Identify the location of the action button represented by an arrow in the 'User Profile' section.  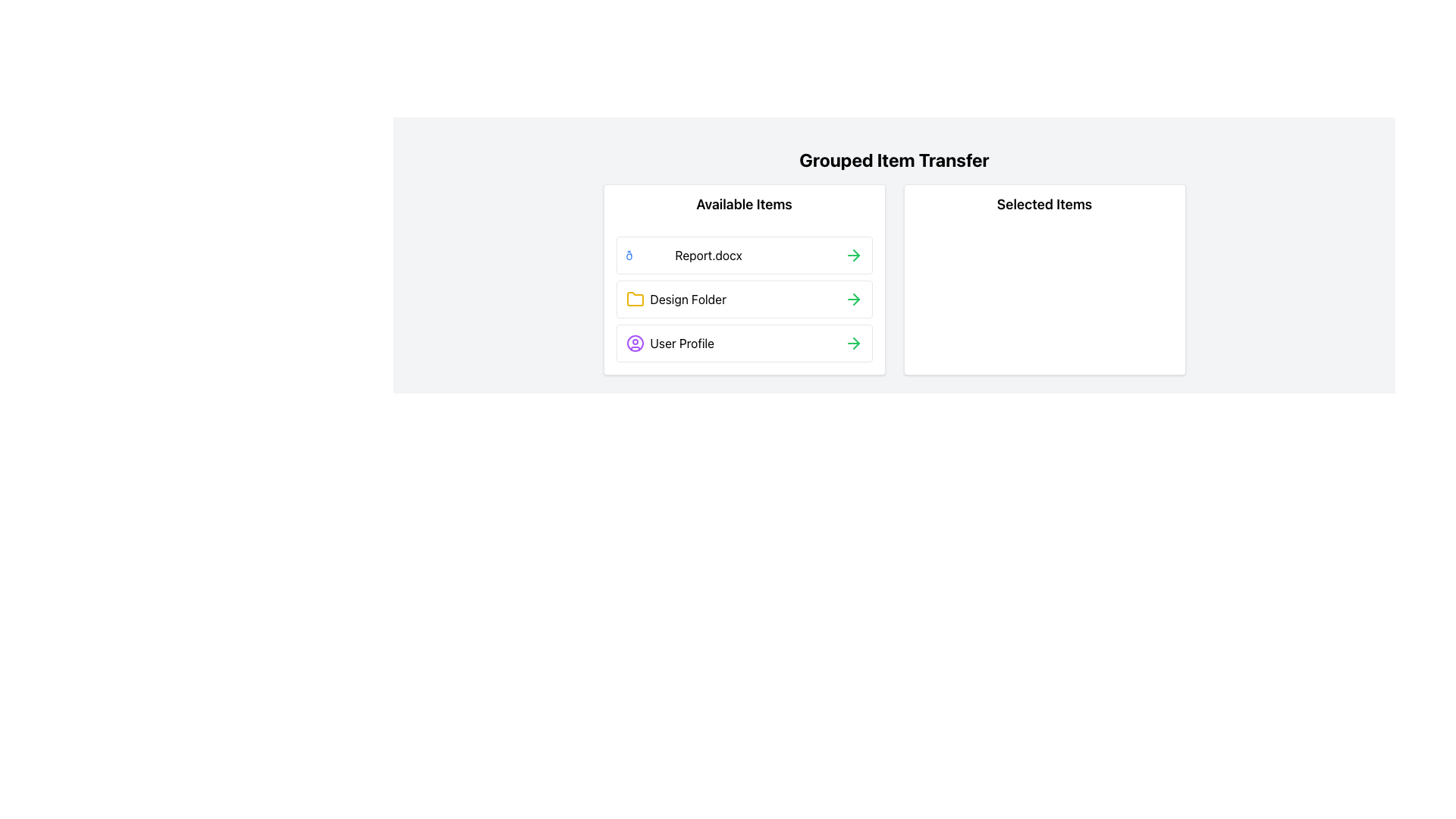
(853, 343).